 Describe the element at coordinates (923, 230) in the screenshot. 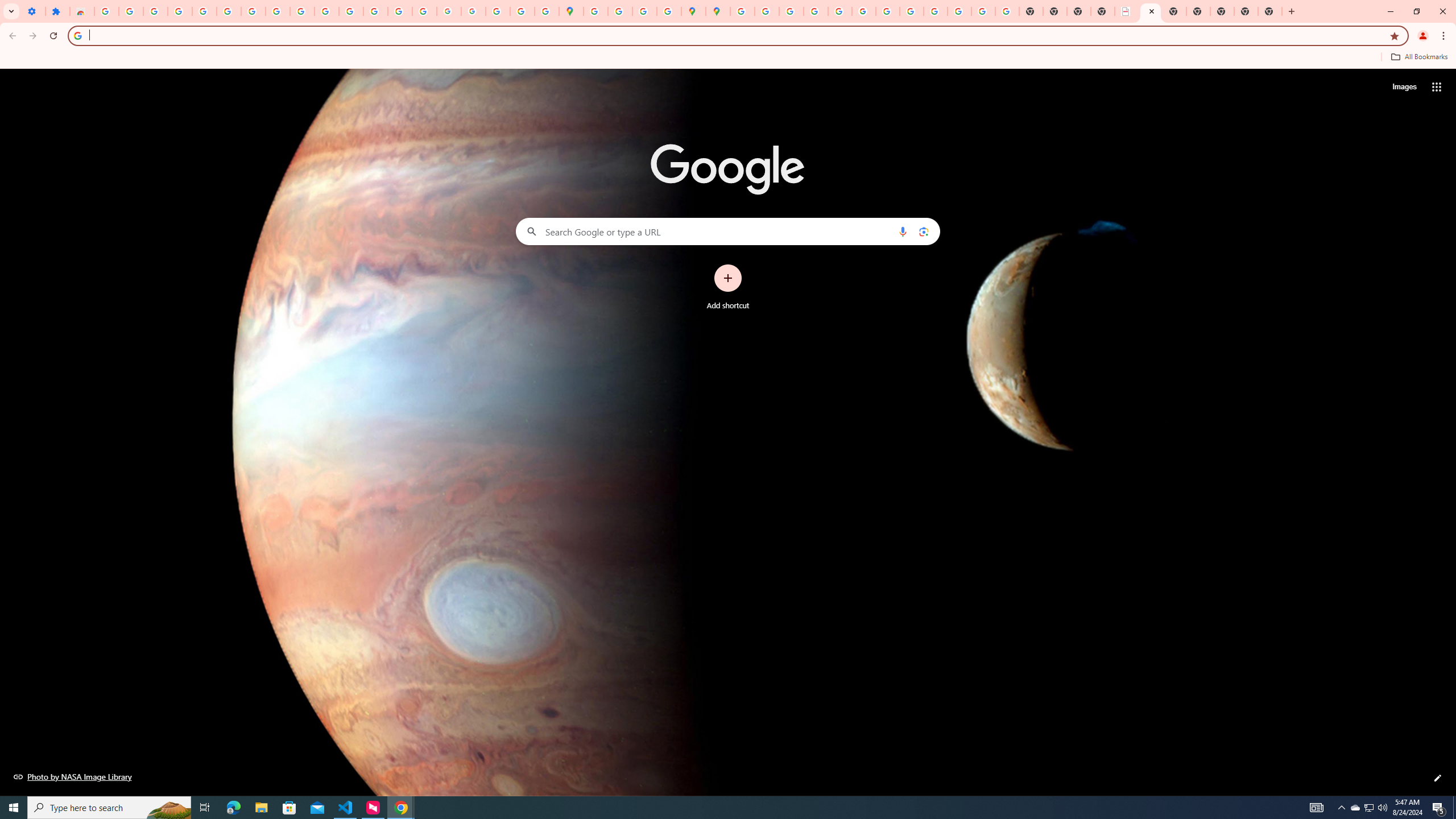

I see `'Search by image'` at that location.